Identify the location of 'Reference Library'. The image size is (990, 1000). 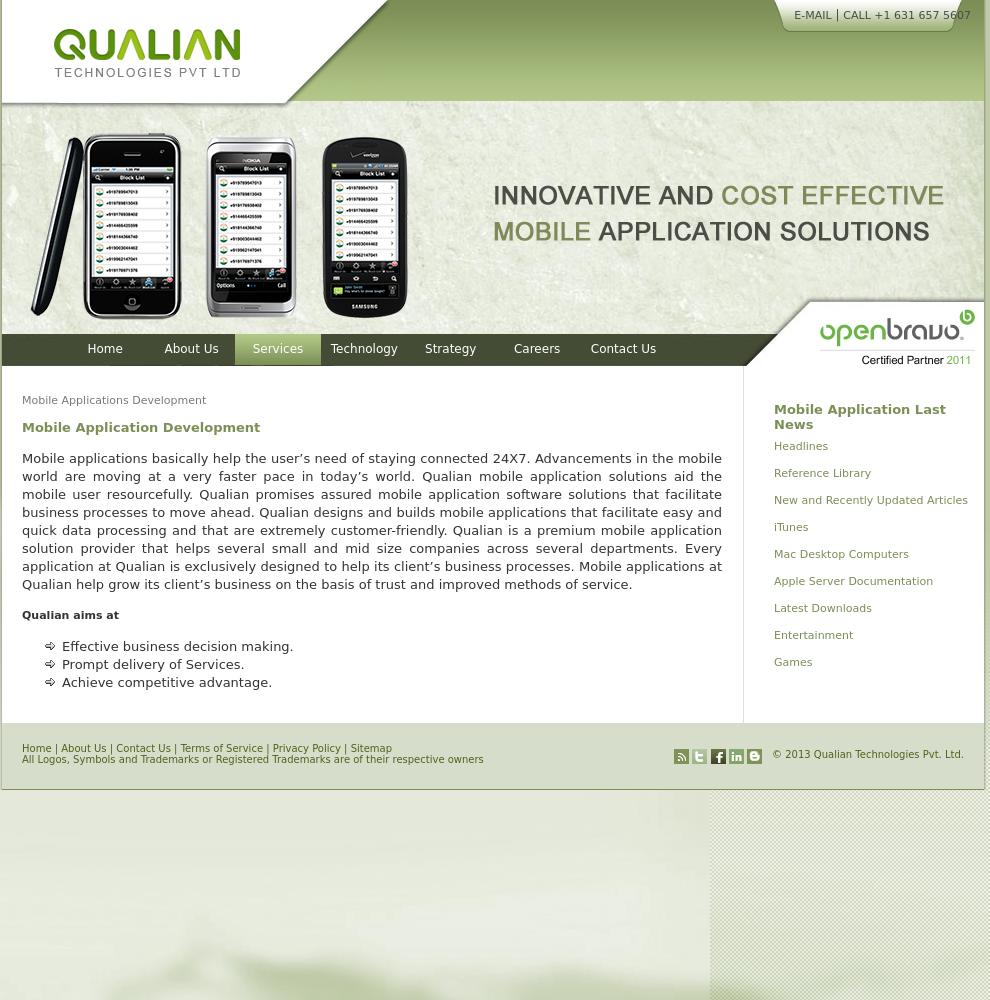
(821, 472).